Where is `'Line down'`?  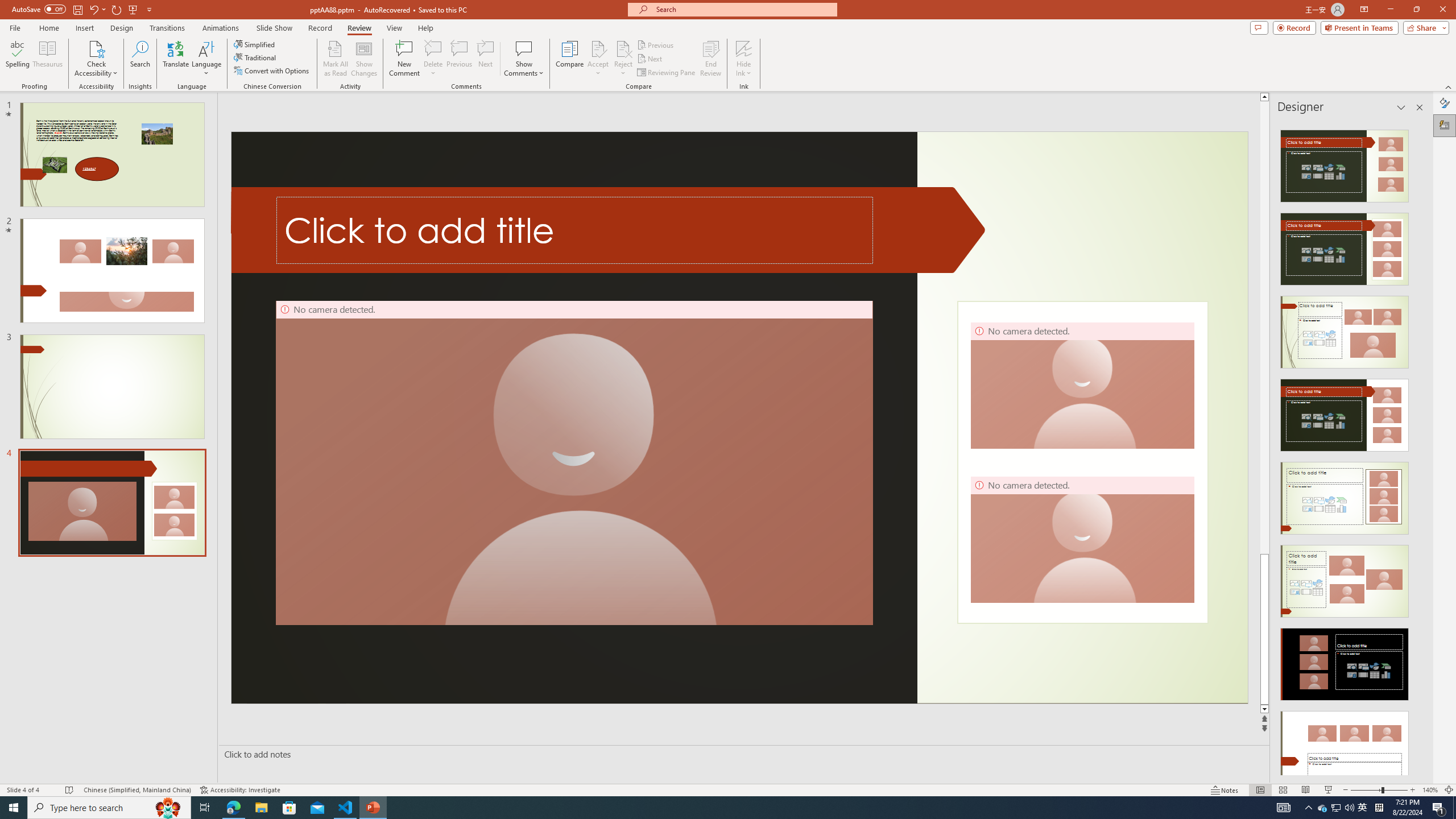 'Line down' is located at coordinates (1264, 709).